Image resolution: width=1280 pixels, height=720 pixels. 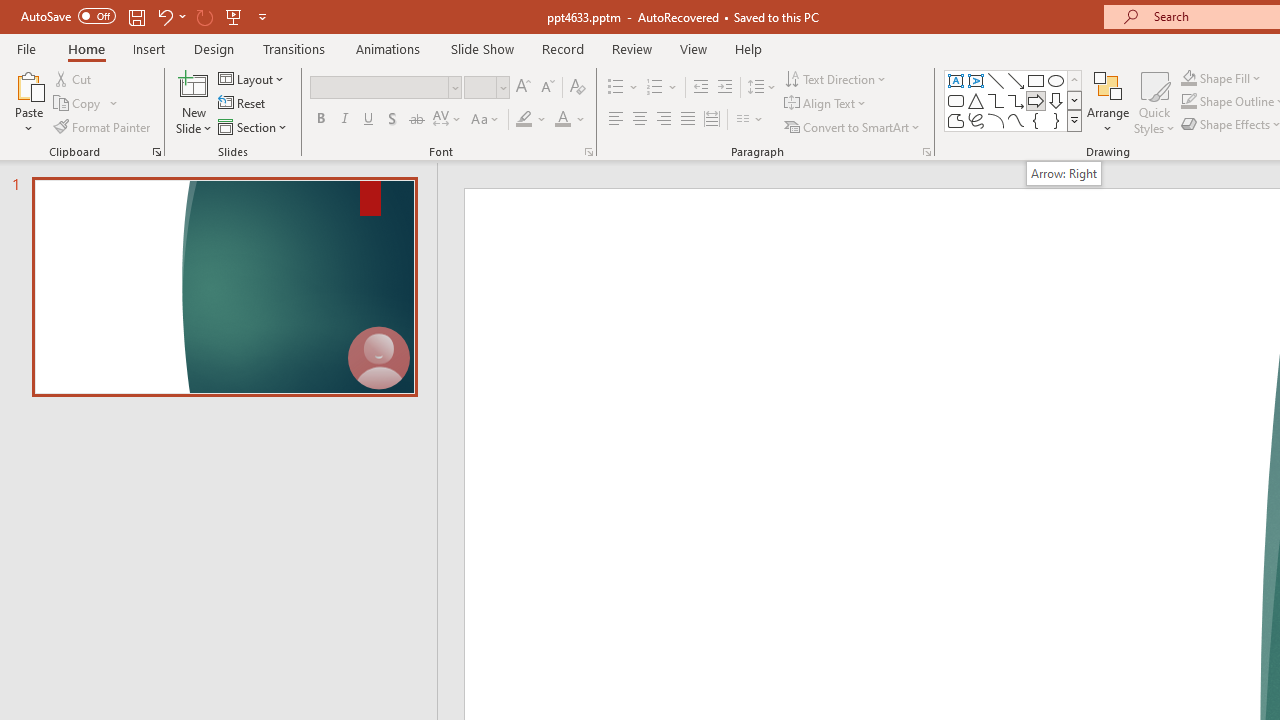 I want to click on 'Connector: Elbow Arrow', so click(x=1016, y=100).